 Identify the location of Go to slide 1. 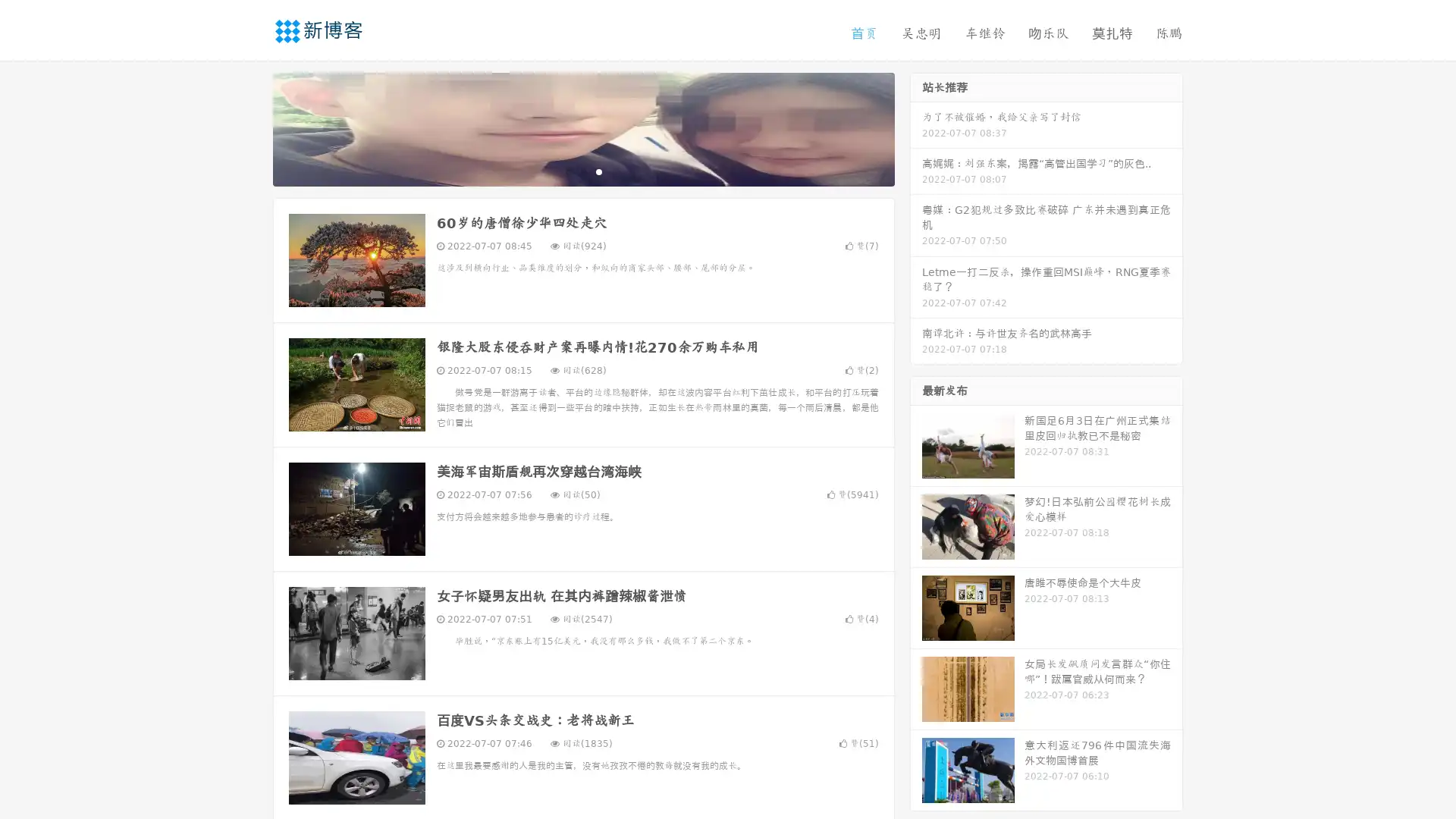
(567, 171).